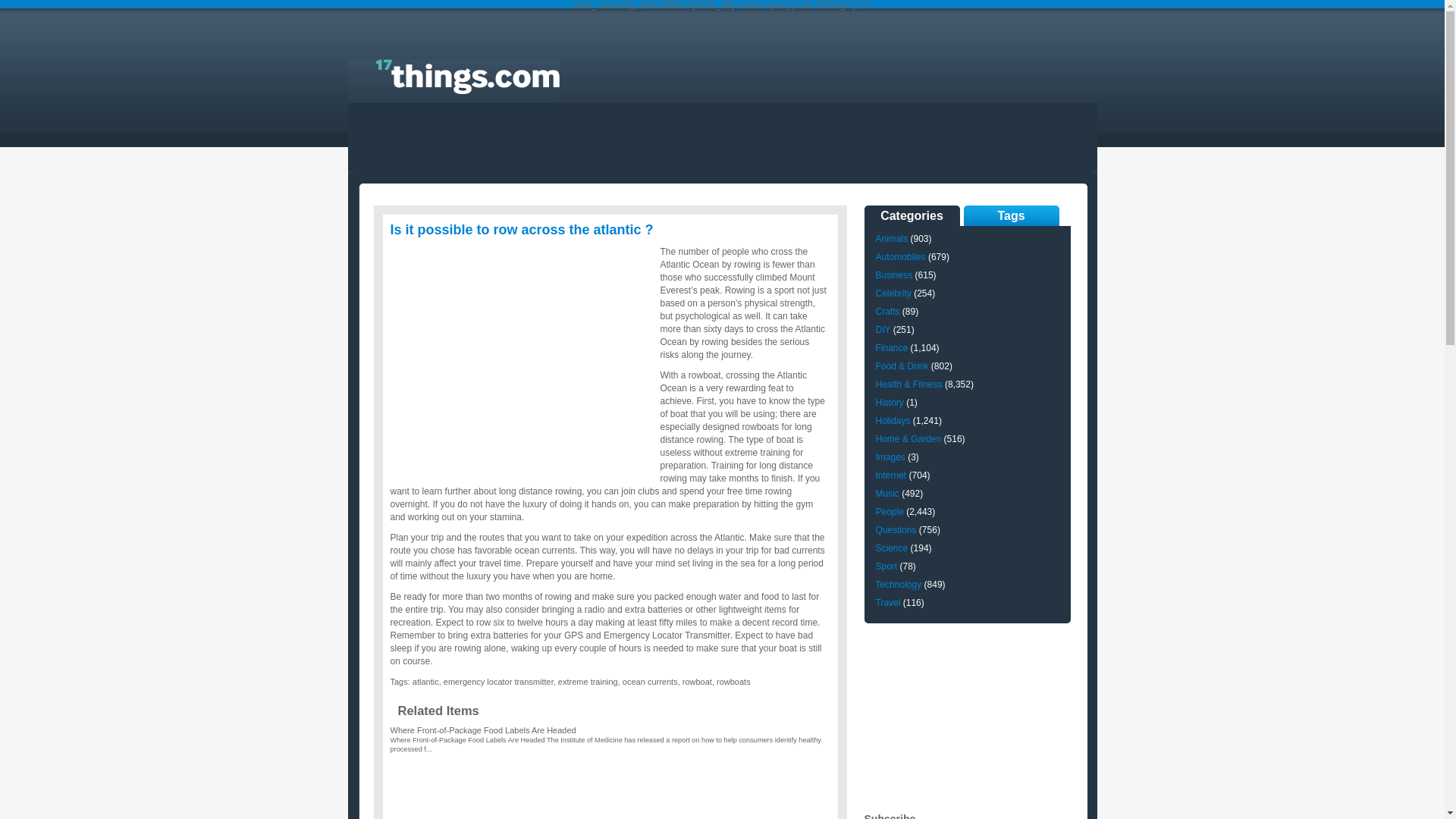  What do you see at coordinates (882, 329) in the screenshot?
I see `'DIY'` at bounding box center [882, 329].